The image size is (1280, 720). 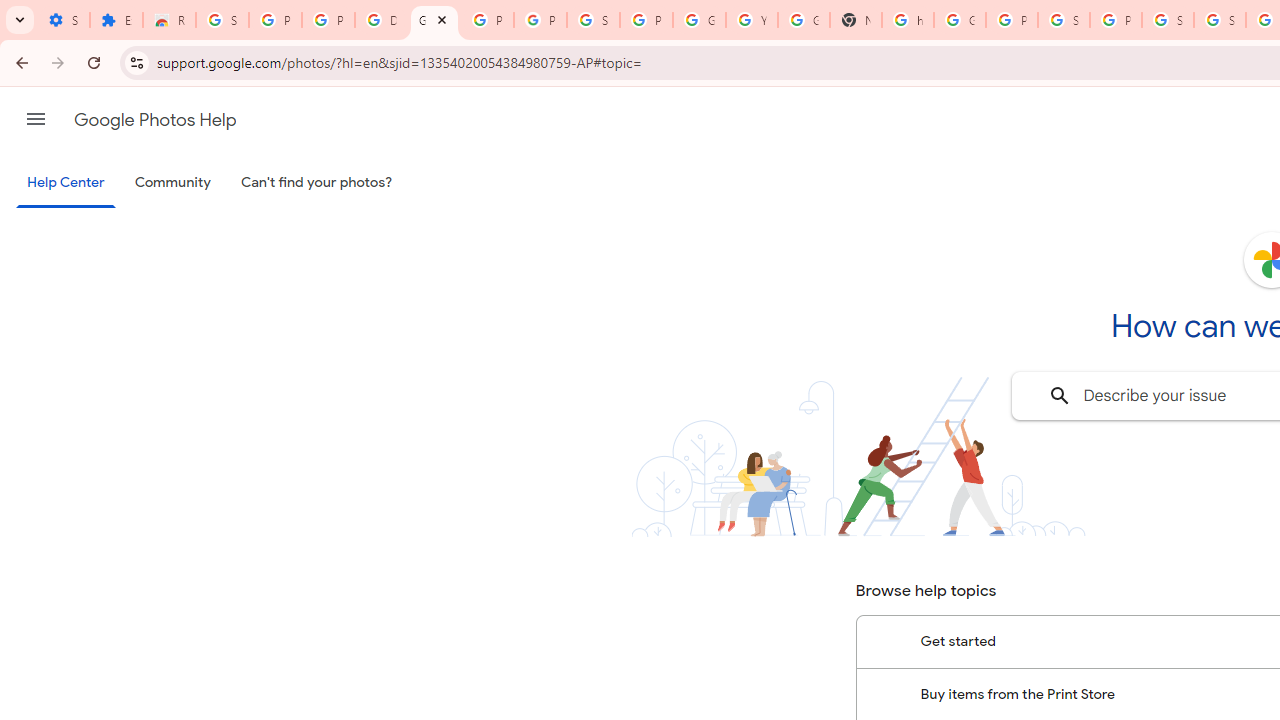 What do you see at coordinates (63, 20) in the screenshot?
I see `'Settings - On startup'` at bounding box center [63, 20].